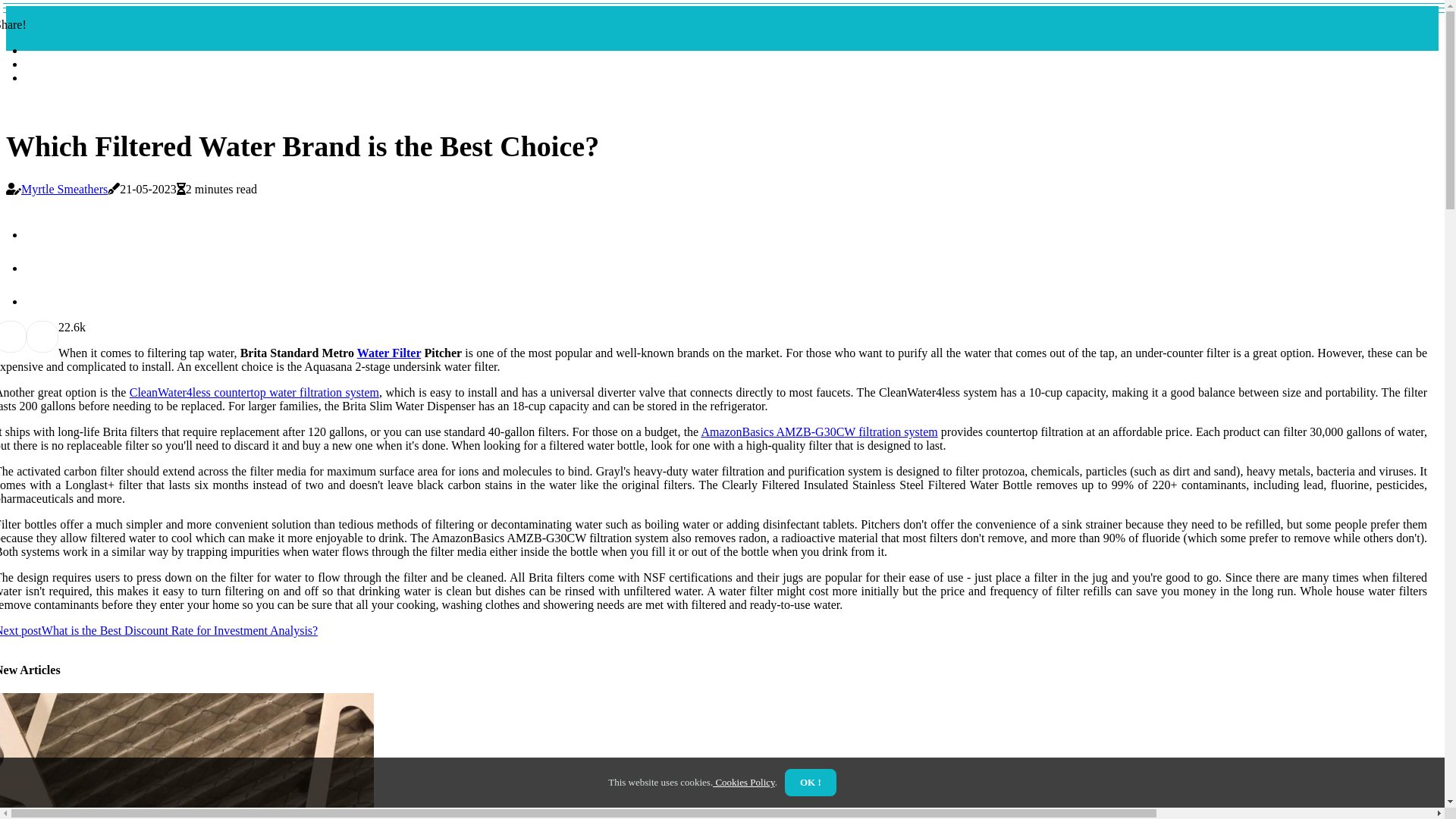 Image resolution: width=1456 pixels, height=819 pixels. I want to click on 'AmazonBasics AMZB-G30CW filtration system', so click(818, 431).